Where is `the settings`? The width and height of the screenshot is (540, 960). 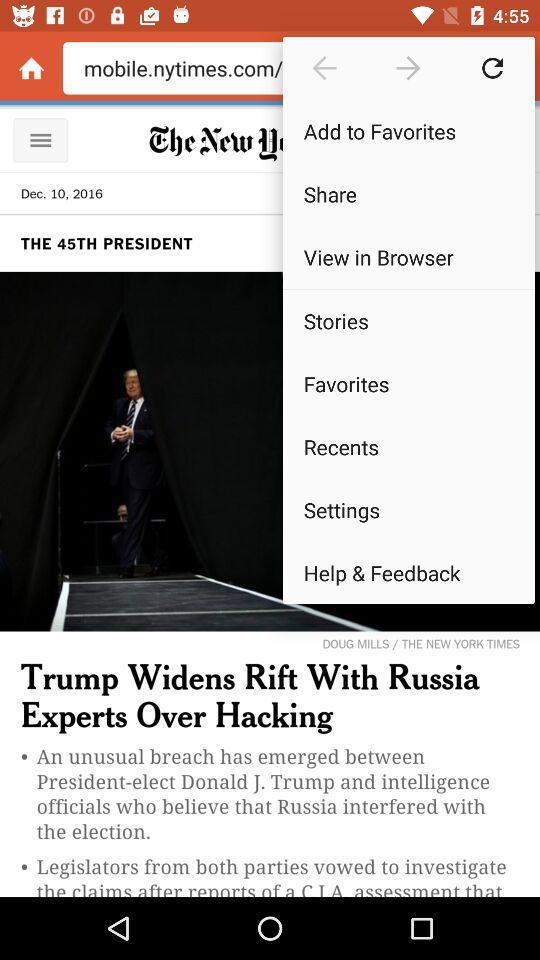 the settings is located at coordinates (407, 508).